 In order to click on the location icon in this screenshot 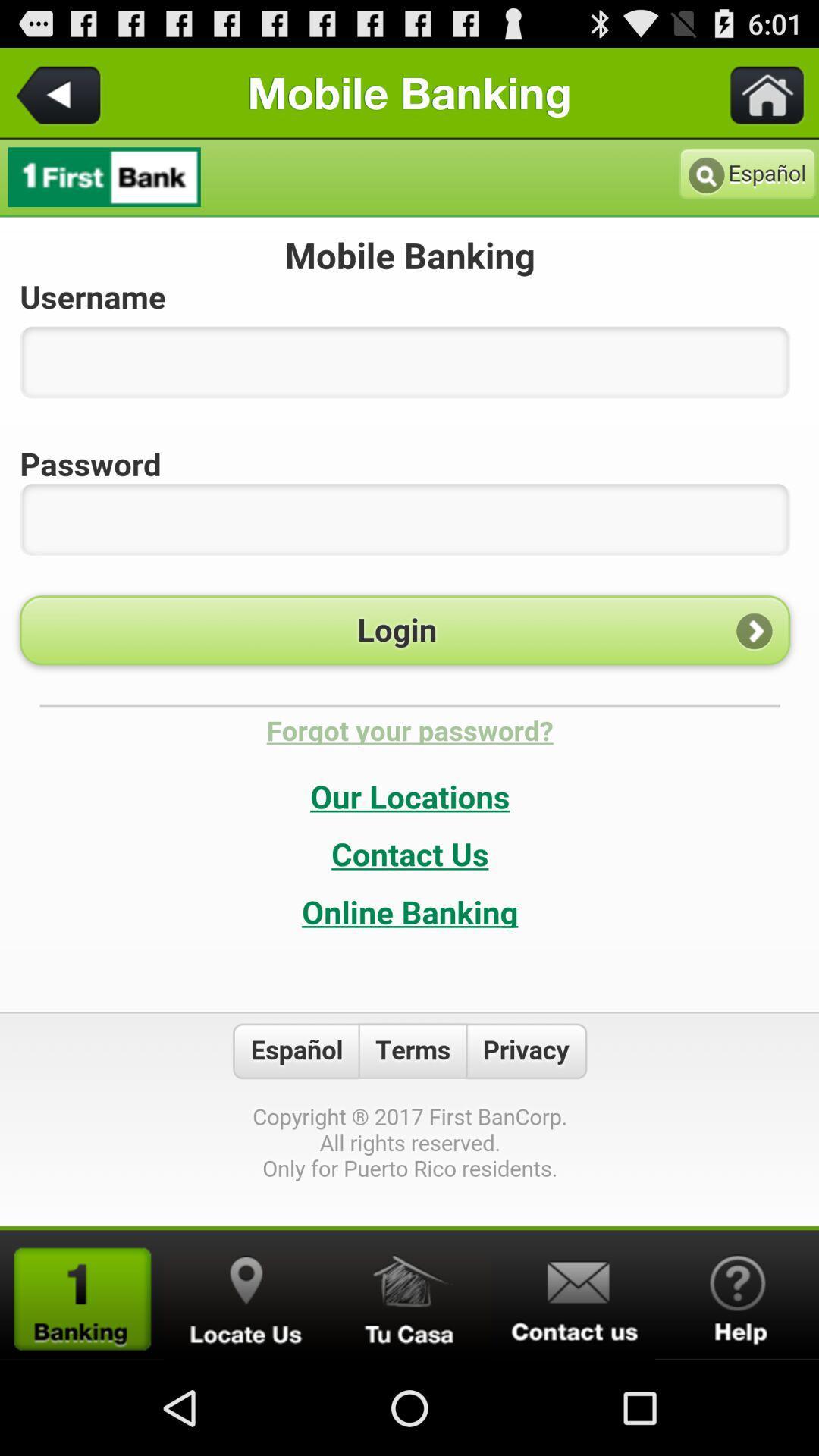, I will do `click(245, 1386)`.